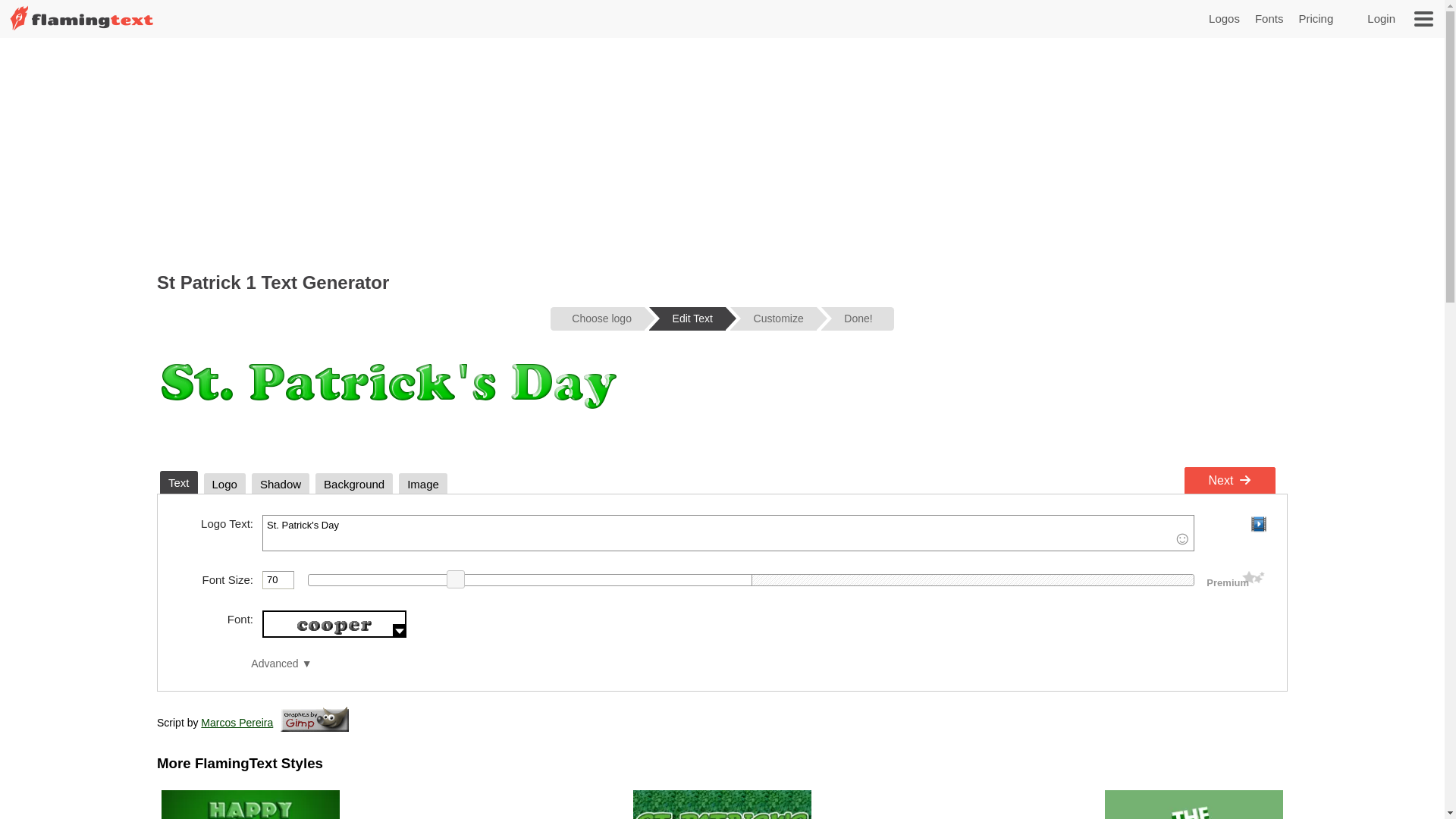  I want to click on 'Home', so click(80, 29).